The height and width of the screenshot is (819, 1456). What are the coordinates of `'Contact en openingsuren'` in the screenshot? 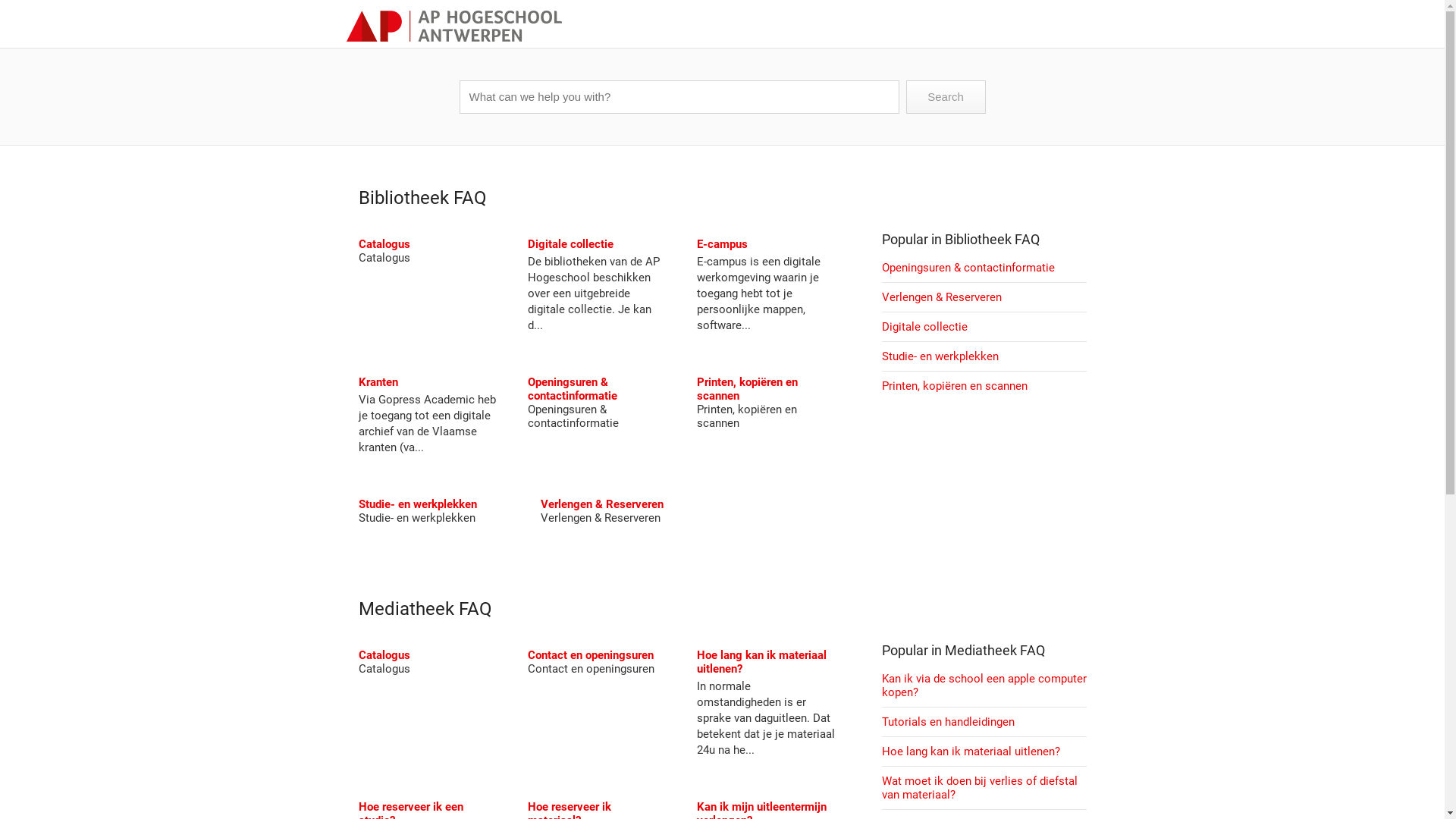 It's located at (528, 654).